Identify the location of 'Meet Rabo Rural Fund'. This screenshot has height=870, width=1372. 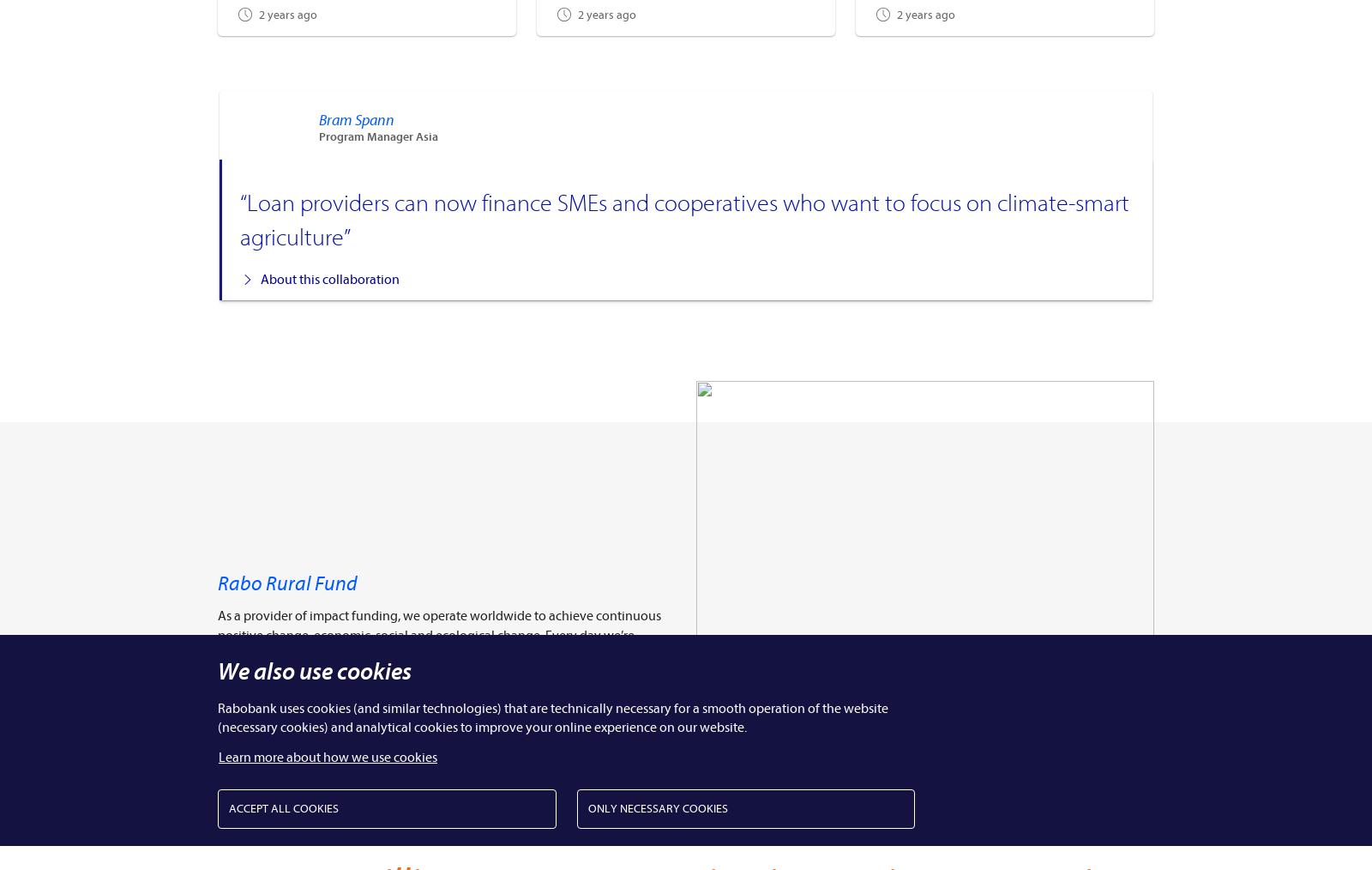
(309, 706).